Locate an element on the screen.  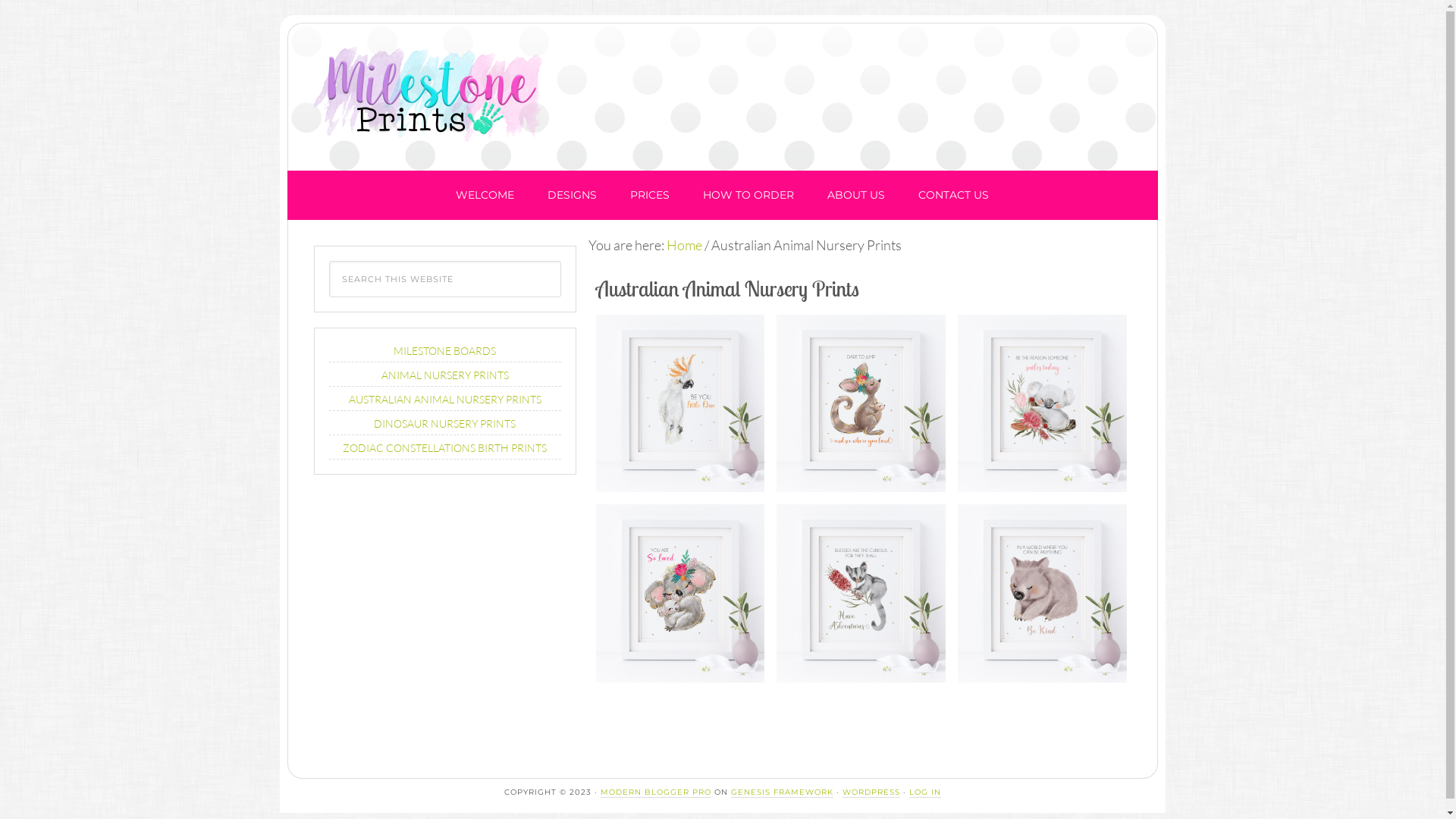
'MODERN BLOGGER PRO' is located at coordinates (655, 792).